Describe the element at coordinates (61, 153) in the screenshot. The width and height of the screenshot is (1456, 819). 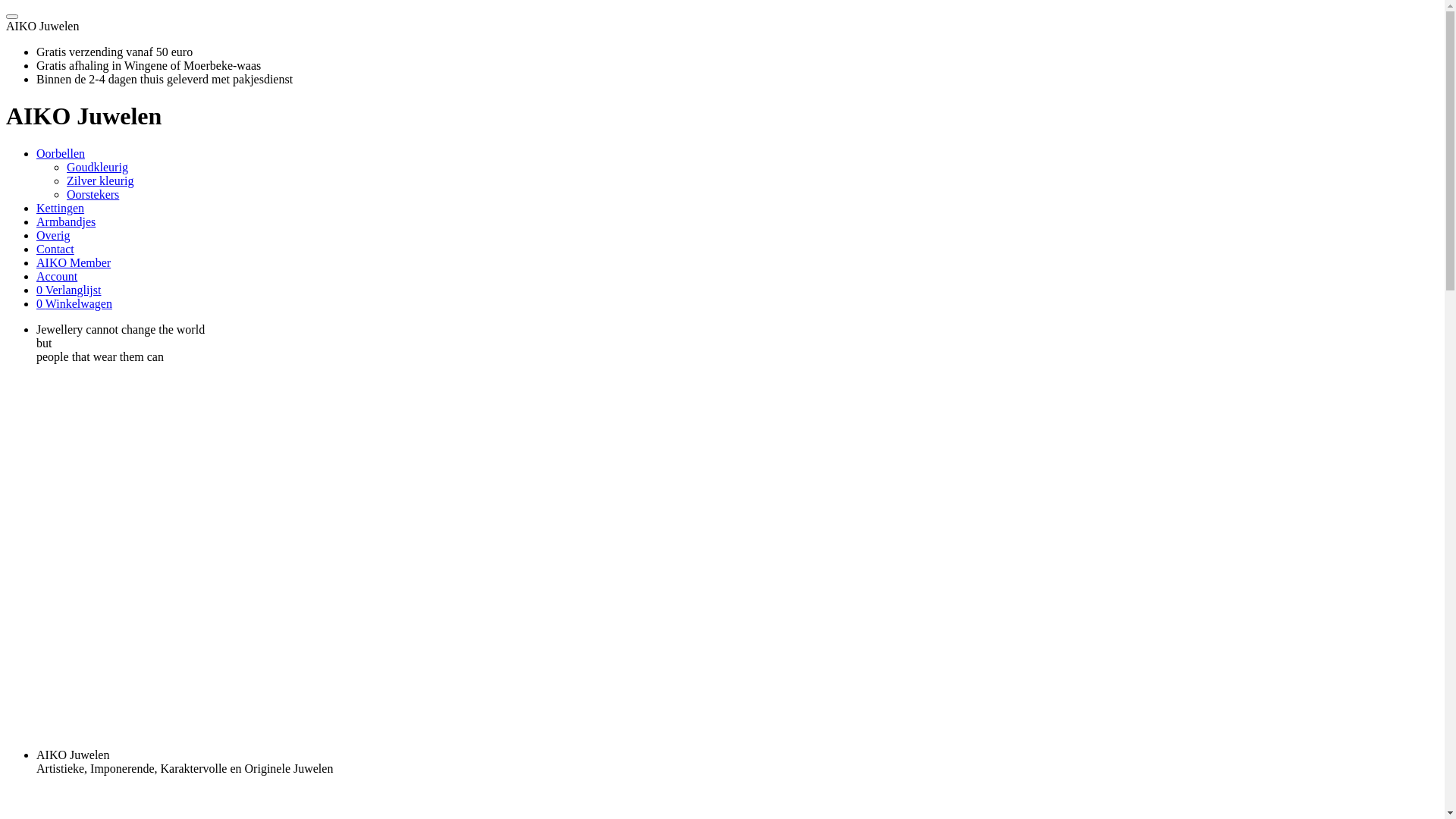
I see `'Oorbellen'` at that location.